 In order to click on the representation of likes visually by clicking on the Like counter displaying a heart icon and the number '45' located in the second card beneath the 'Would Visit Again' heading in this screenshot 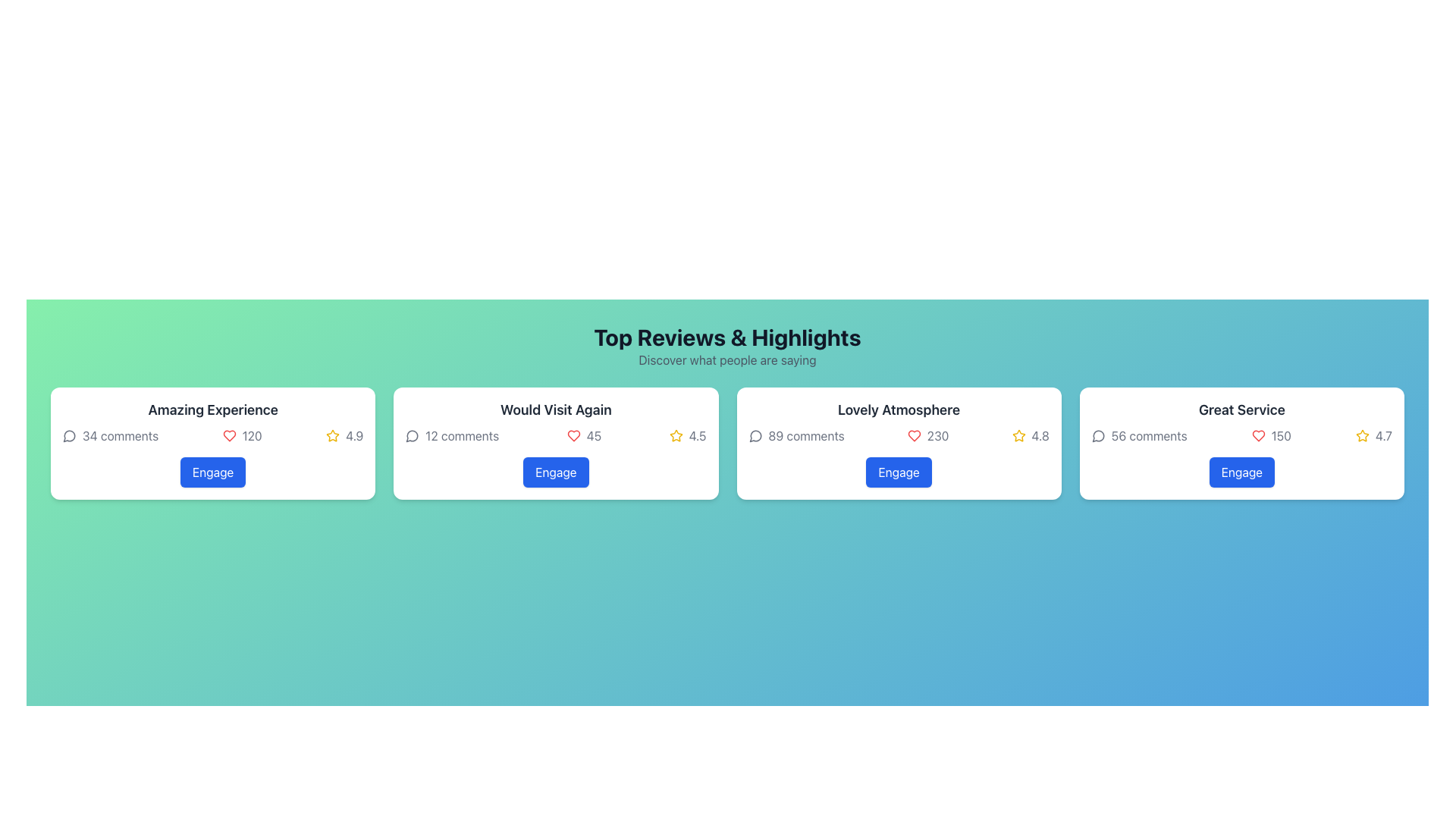, I will do `click(583, 435)`.